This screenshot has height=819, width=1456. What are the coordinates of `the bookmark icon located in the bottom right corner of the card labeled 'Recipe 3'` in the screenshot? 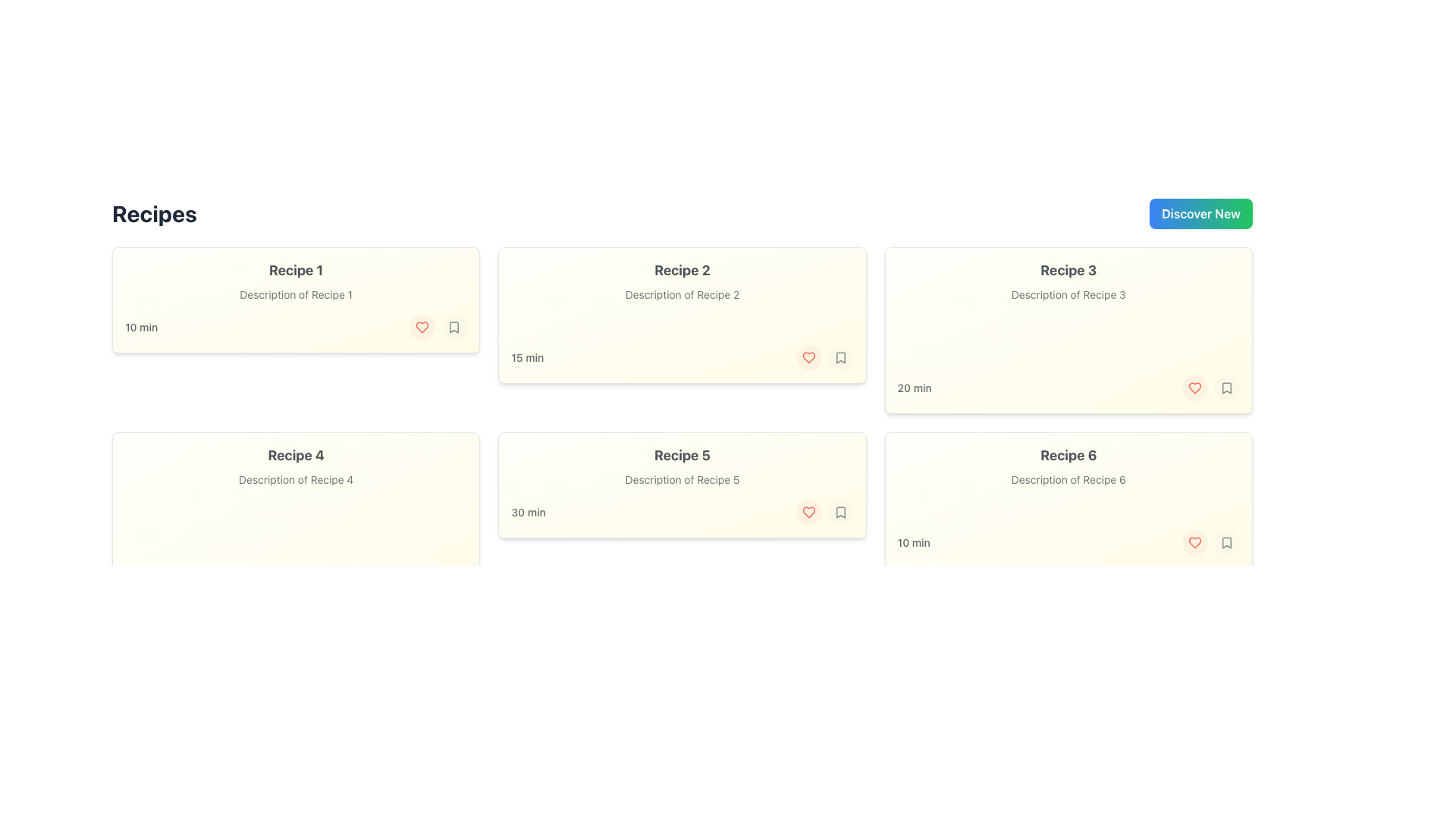 It's located at (1226, 388).